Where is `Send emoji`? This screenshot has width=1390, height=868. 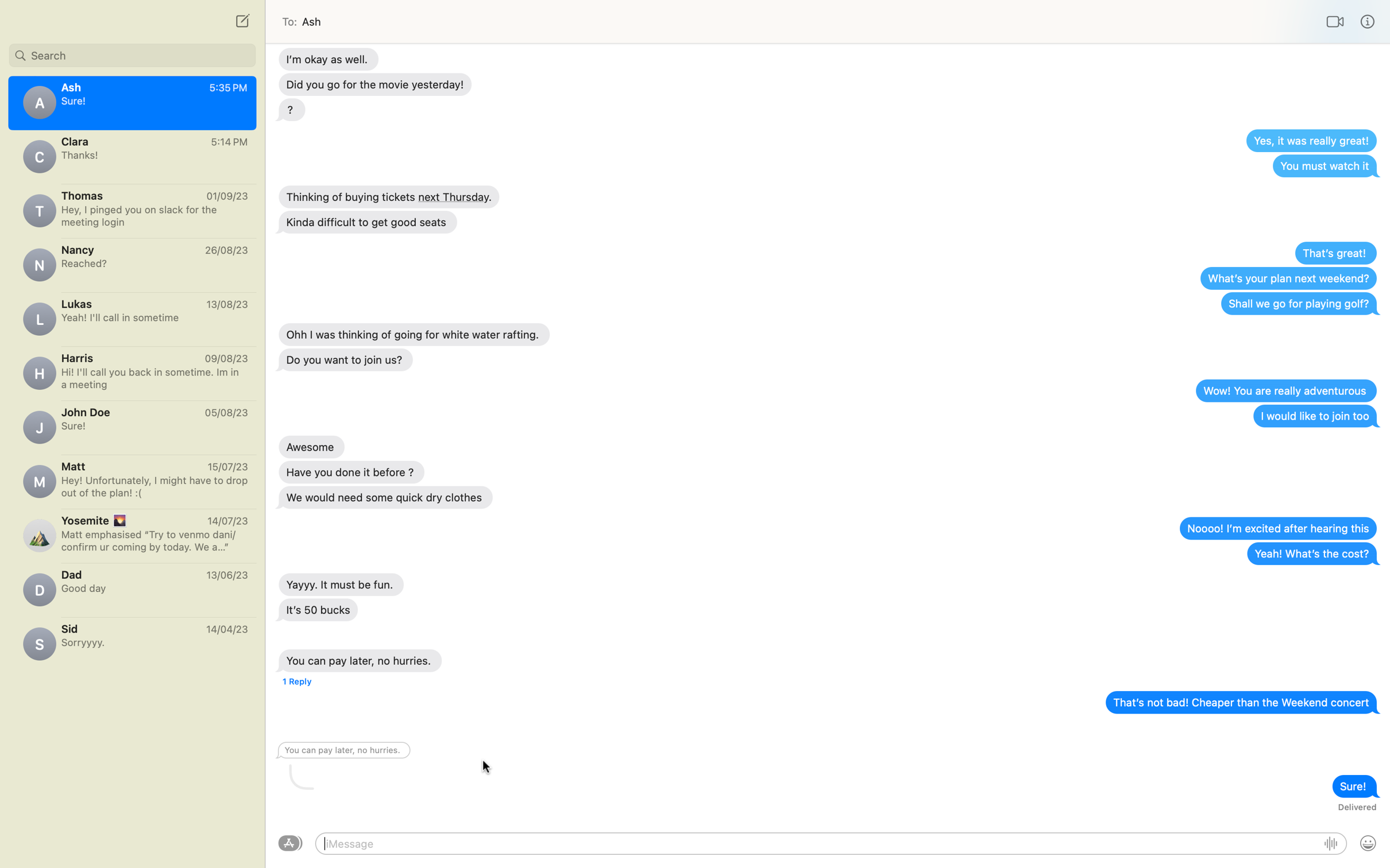 Send emoji is located at coordinates (1367, 844).